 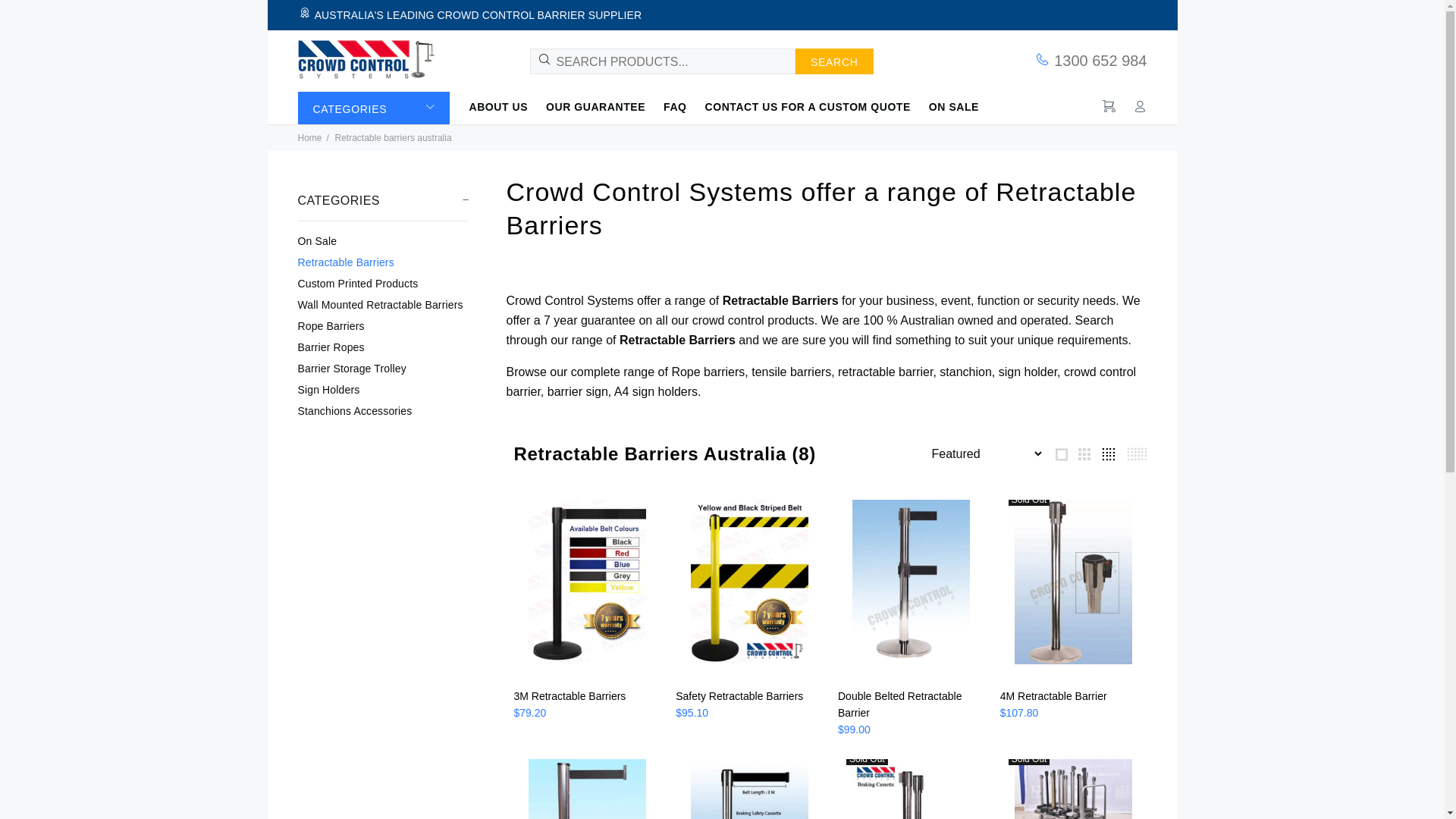 What do you see at coordinates (382, 347) in the screenshot?
I see `'Barrier Ropes'` at bounding box center [382, 347].